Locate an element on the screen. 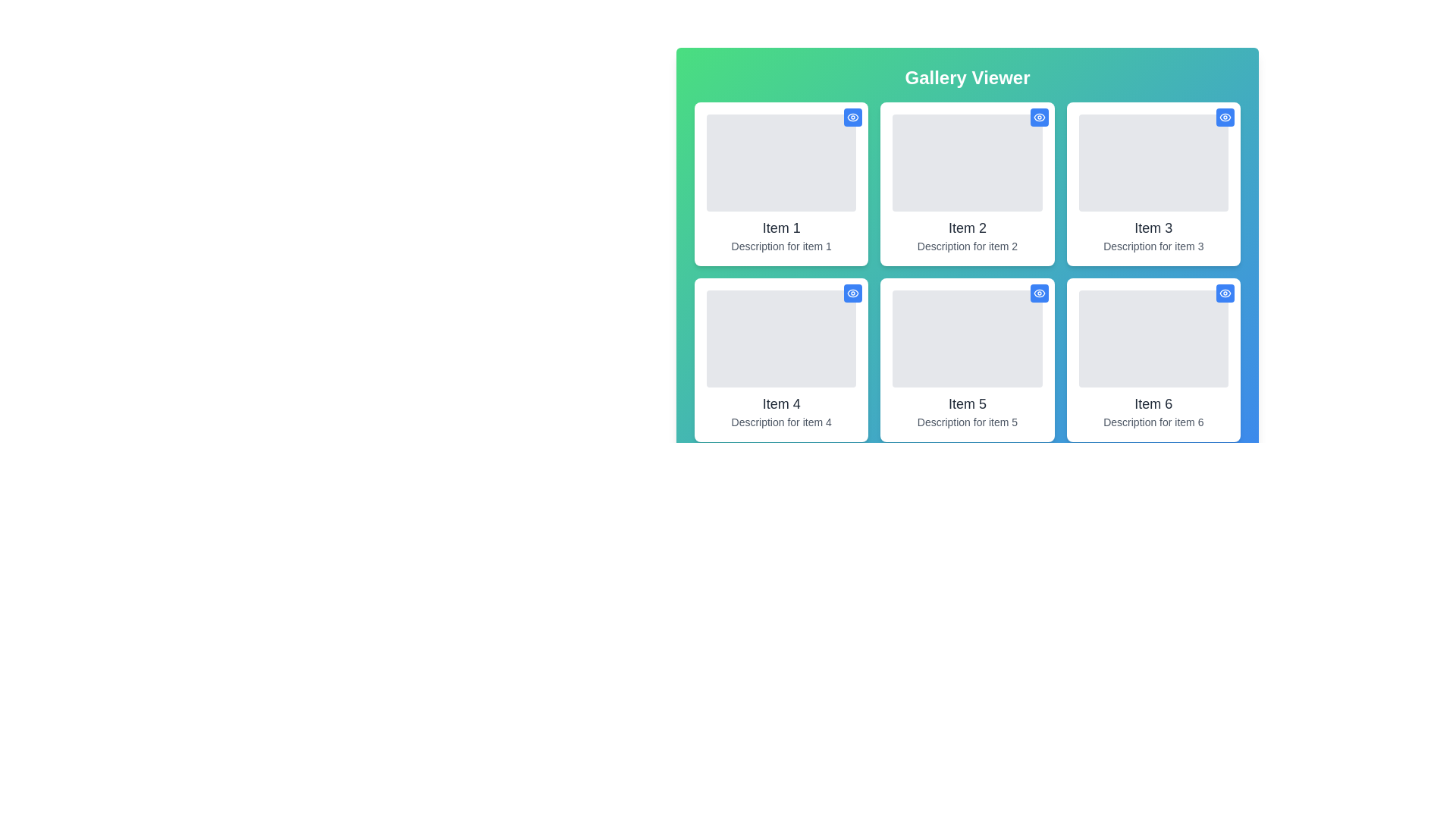 The width and height of the screenshot is (1456, 819). the view action button located in the top-right corner of the card titled 'Item 2' is located at coordinates (1038, 116).